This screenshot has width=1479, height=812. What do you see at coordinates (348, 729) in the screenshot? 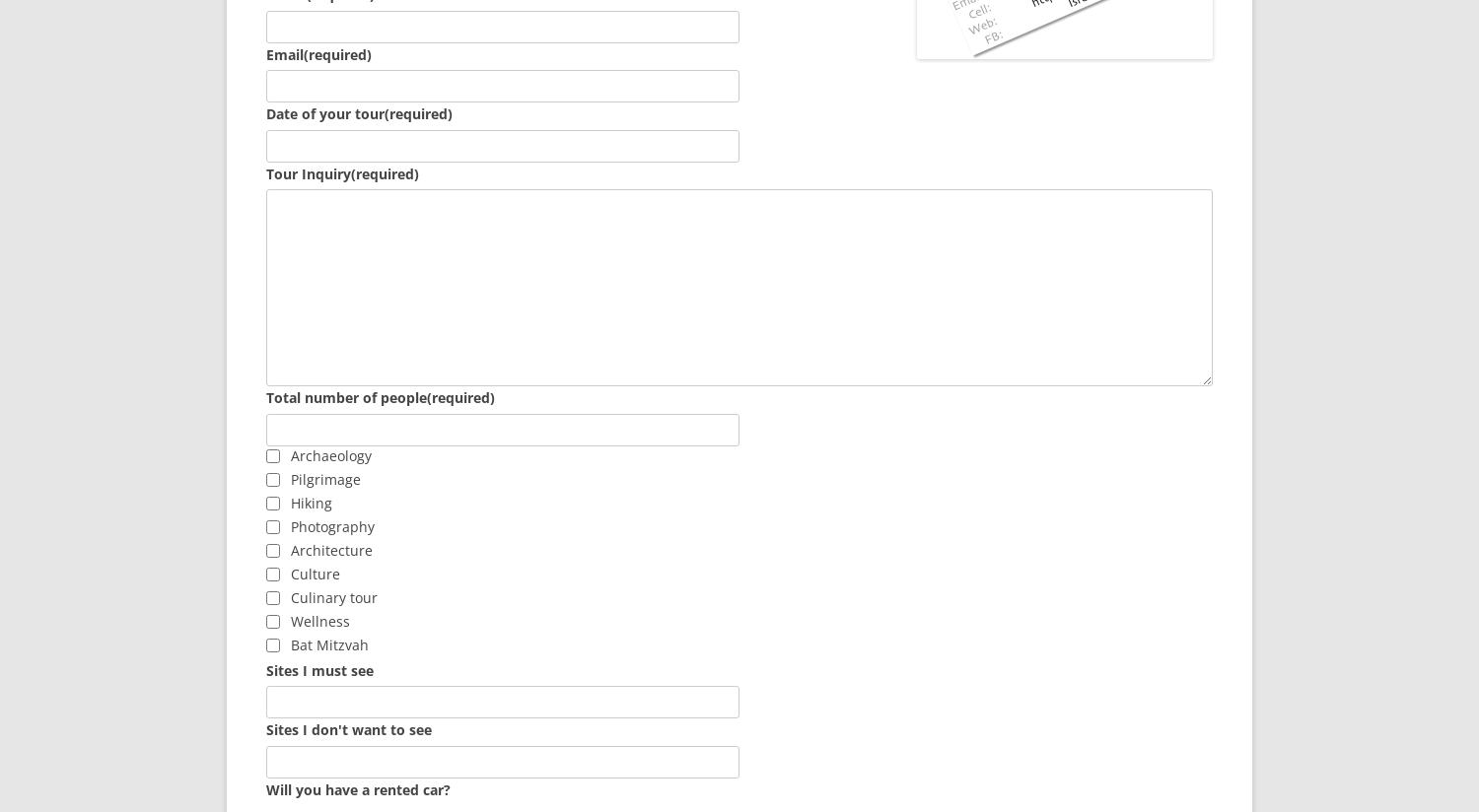
I see `'Sites I don't want to see'` at bounding box center [348, 729].